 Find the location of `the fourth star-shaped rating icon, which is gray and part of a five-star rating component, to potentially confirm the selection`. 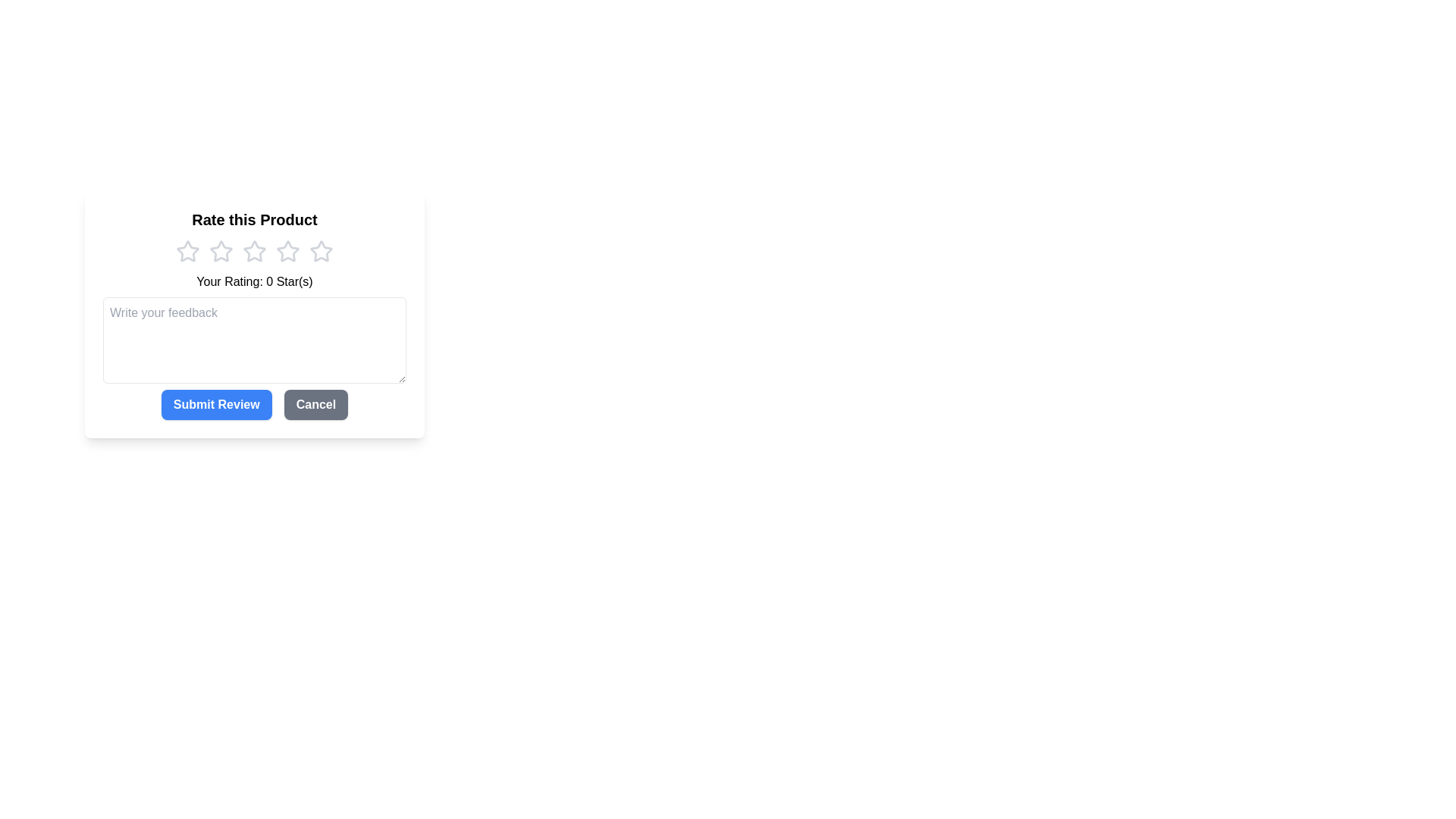

the fourth star-shaped rating icon, which is gray and part of a five-star rating component, to potentially confirm the selection is located at coordinates (287, 250).